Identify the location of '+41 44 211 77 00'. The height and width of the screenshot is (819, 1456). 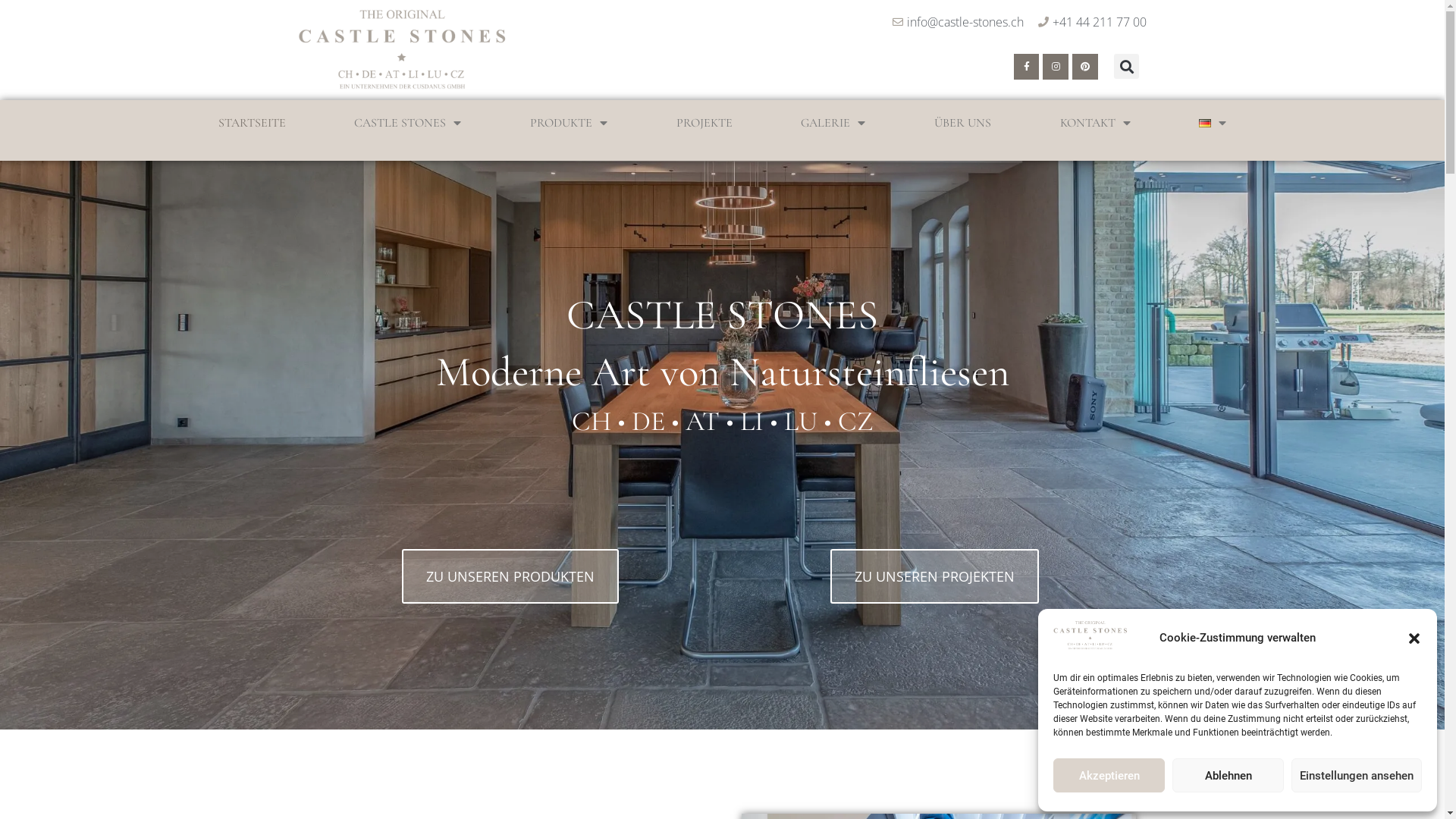
(1090, 22).